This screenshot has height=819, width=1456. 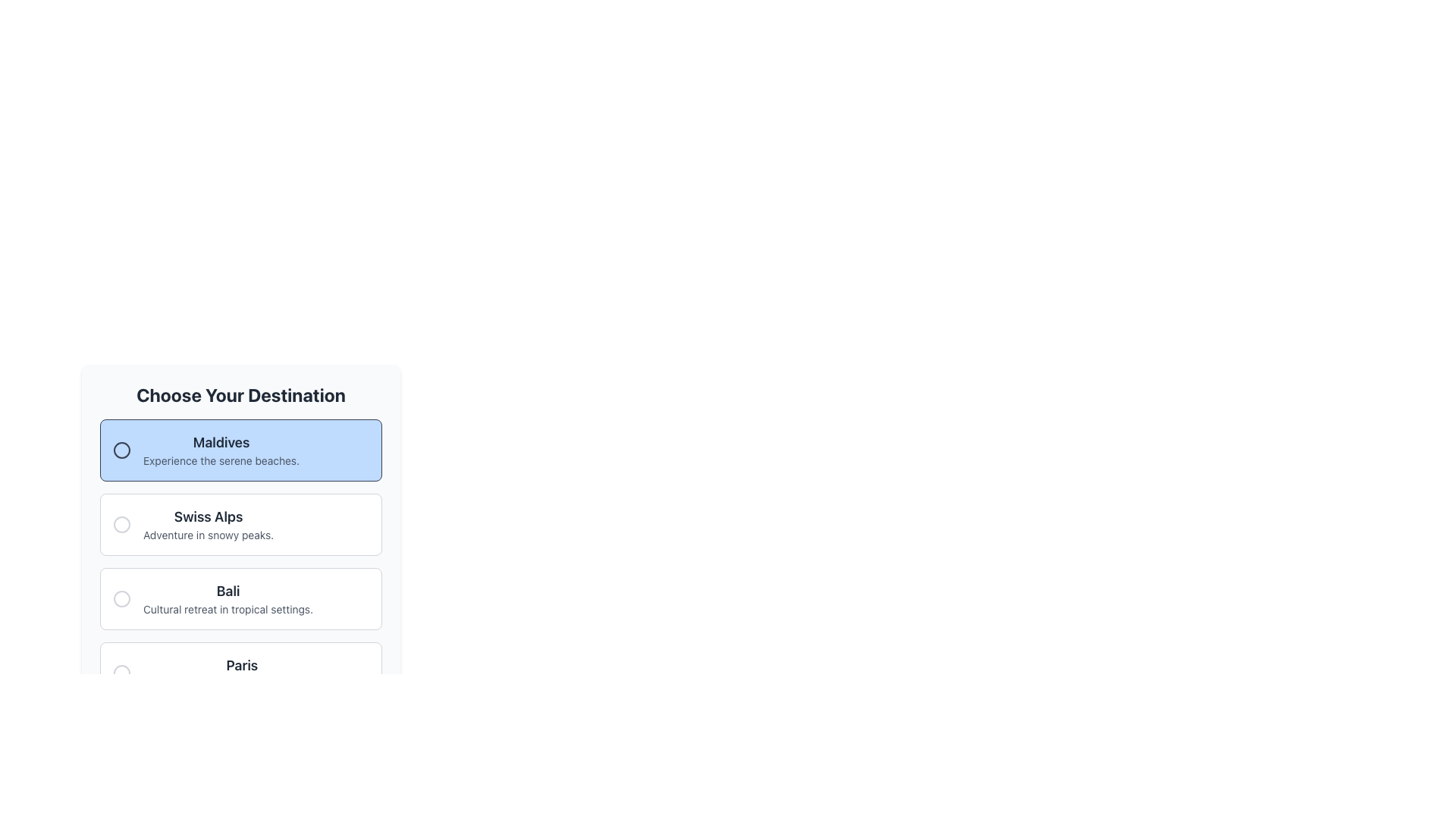 What do you see at coordinates (227, 598) in the screenshot?
I see `the 'Bali' option text with description, which is the third option under 'Choose Your Destination'` at bounding box center [227, 598].